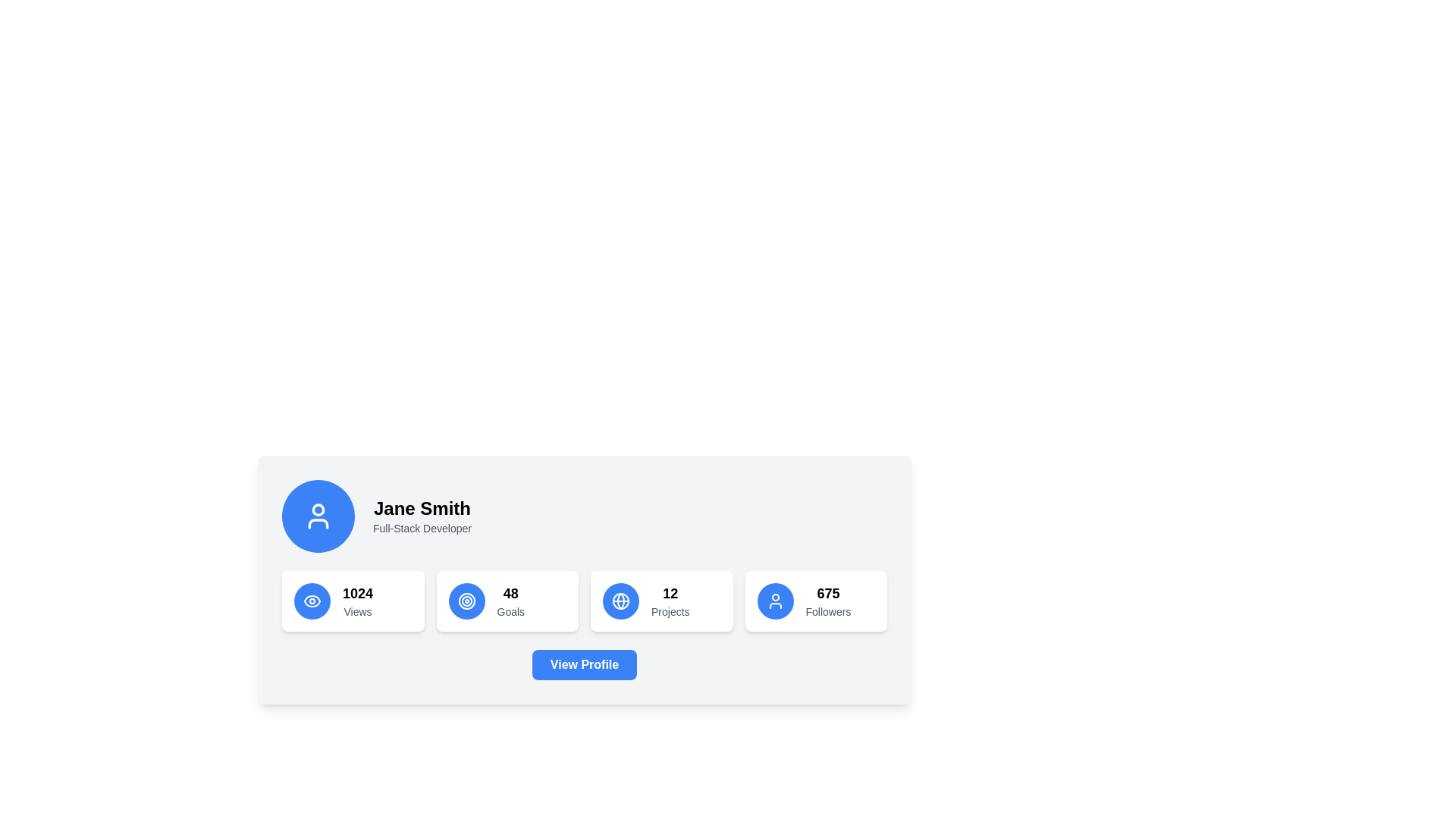  What do you see at coordinates (466, 601) in the screenshot?
I see `the circular target icon with a blue background located above the text '48 Goals'` at bounding box center [466, 601].